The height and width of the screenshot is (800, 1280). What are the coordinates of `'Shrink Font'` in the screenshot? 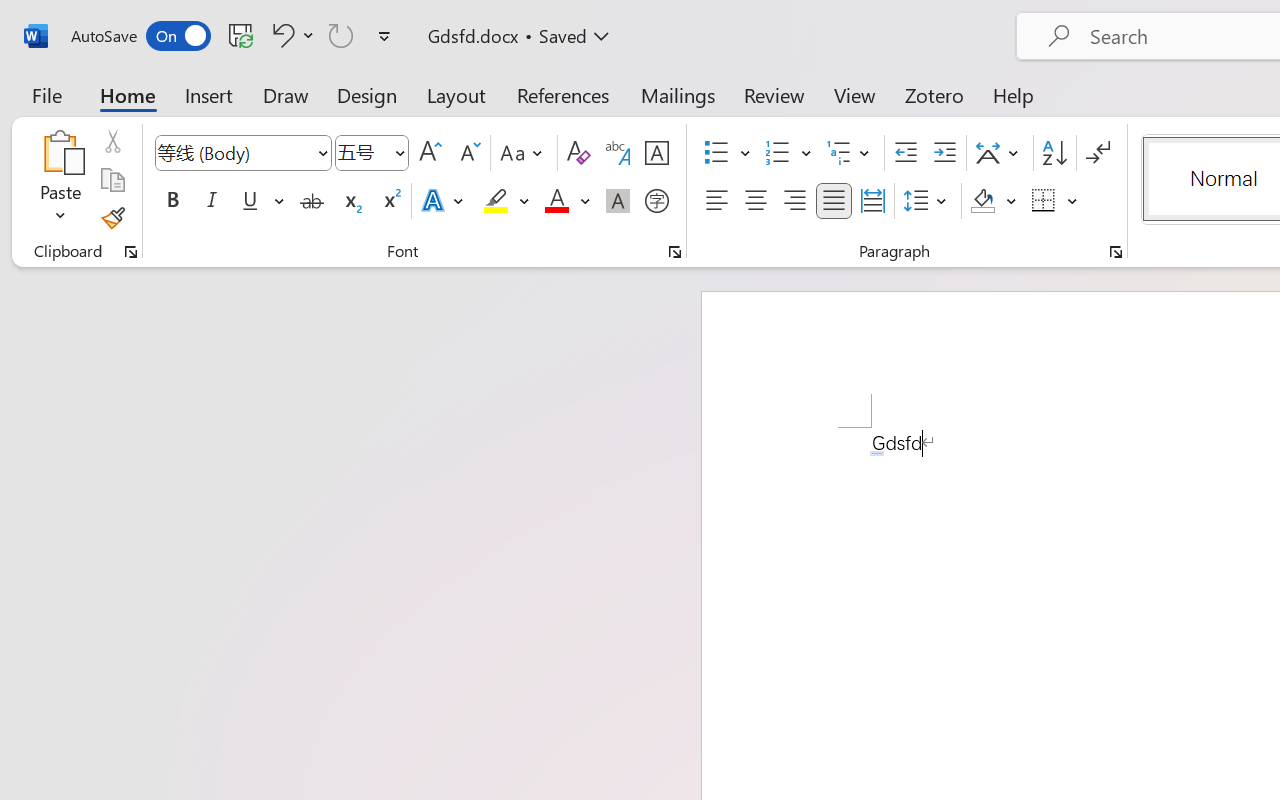 It's located at (467, 153).